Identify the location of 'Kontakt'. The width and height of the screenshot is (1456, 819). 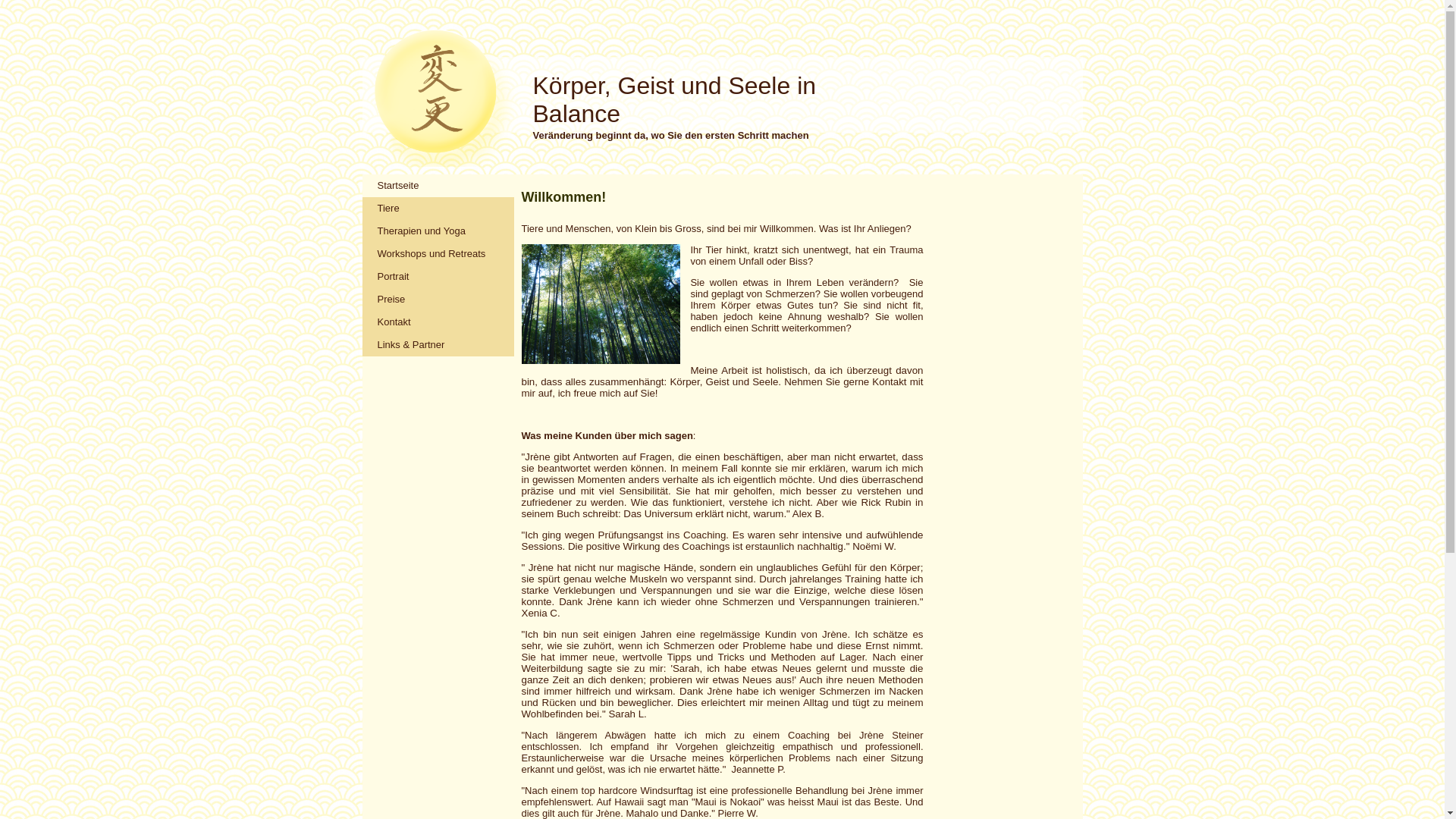
(437, 321).